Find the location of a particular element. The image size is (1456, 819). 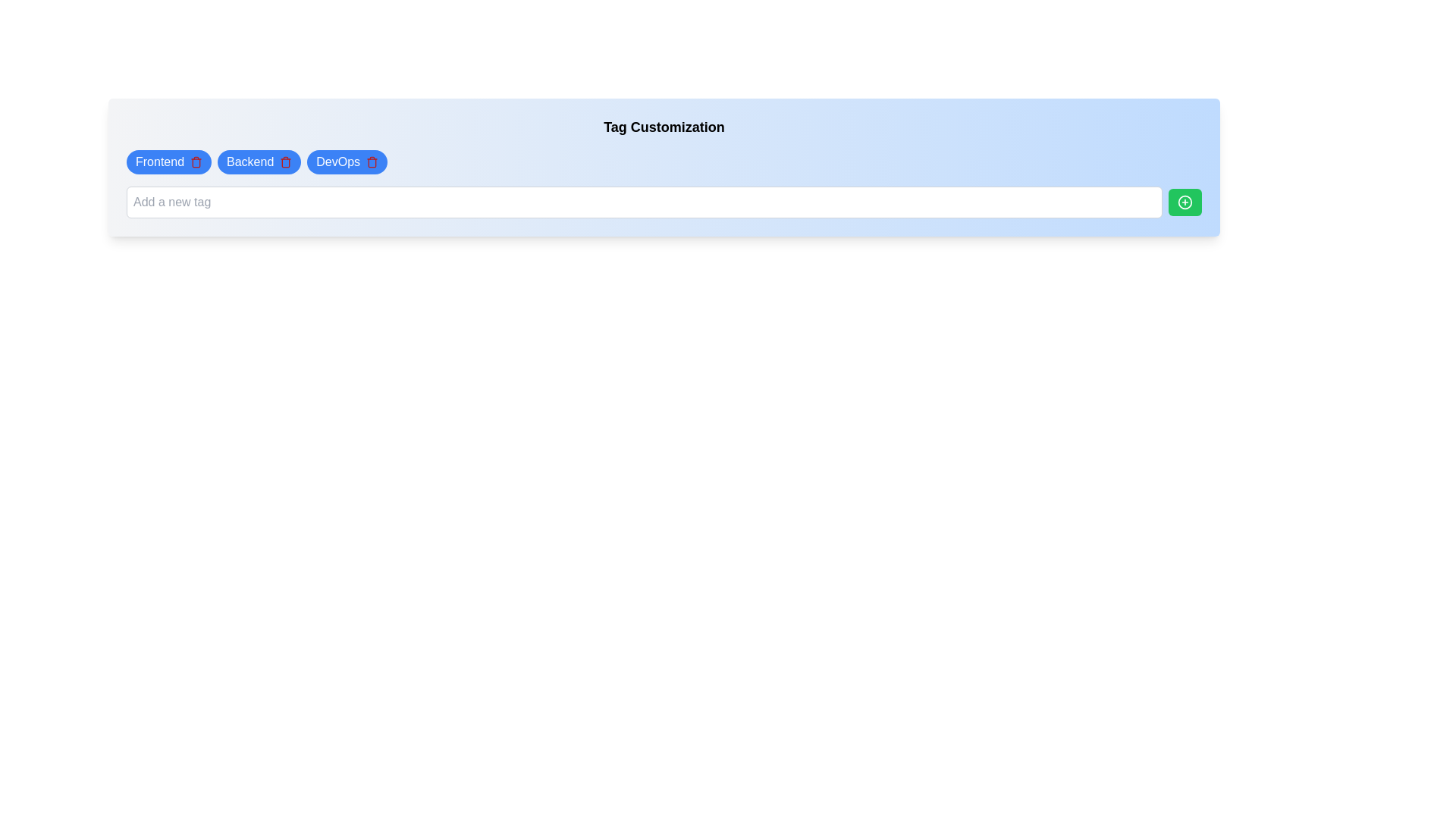

the blue, pill-shaped button labeled 'Frontend' is located at coordinates (169, 162).